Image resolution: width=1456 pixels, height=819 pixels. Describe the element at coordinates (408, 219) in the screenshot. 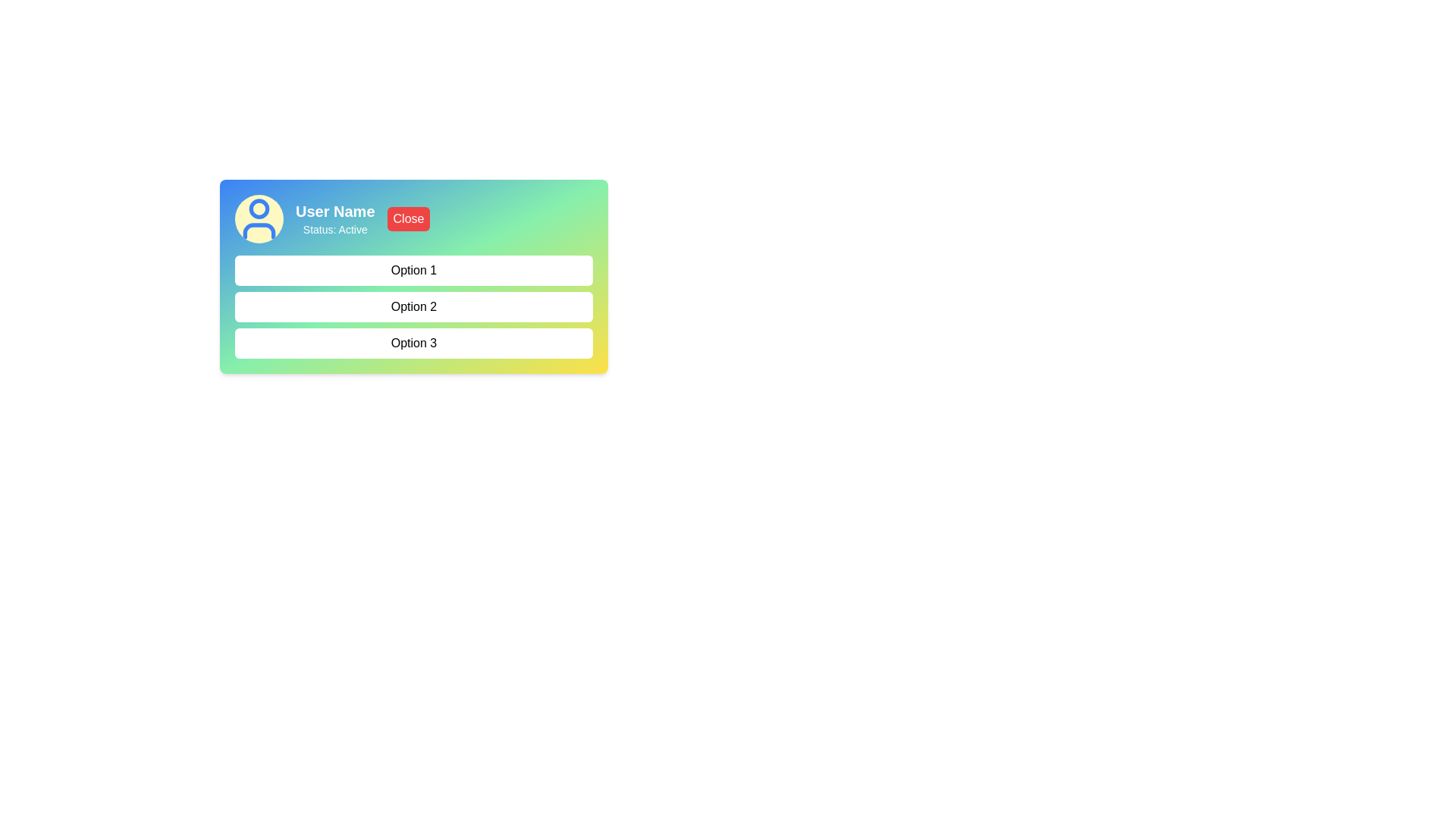

I see `the 'Close' button, which is a red rectangular button with white bold text, located in the header section of the interface` at that location.